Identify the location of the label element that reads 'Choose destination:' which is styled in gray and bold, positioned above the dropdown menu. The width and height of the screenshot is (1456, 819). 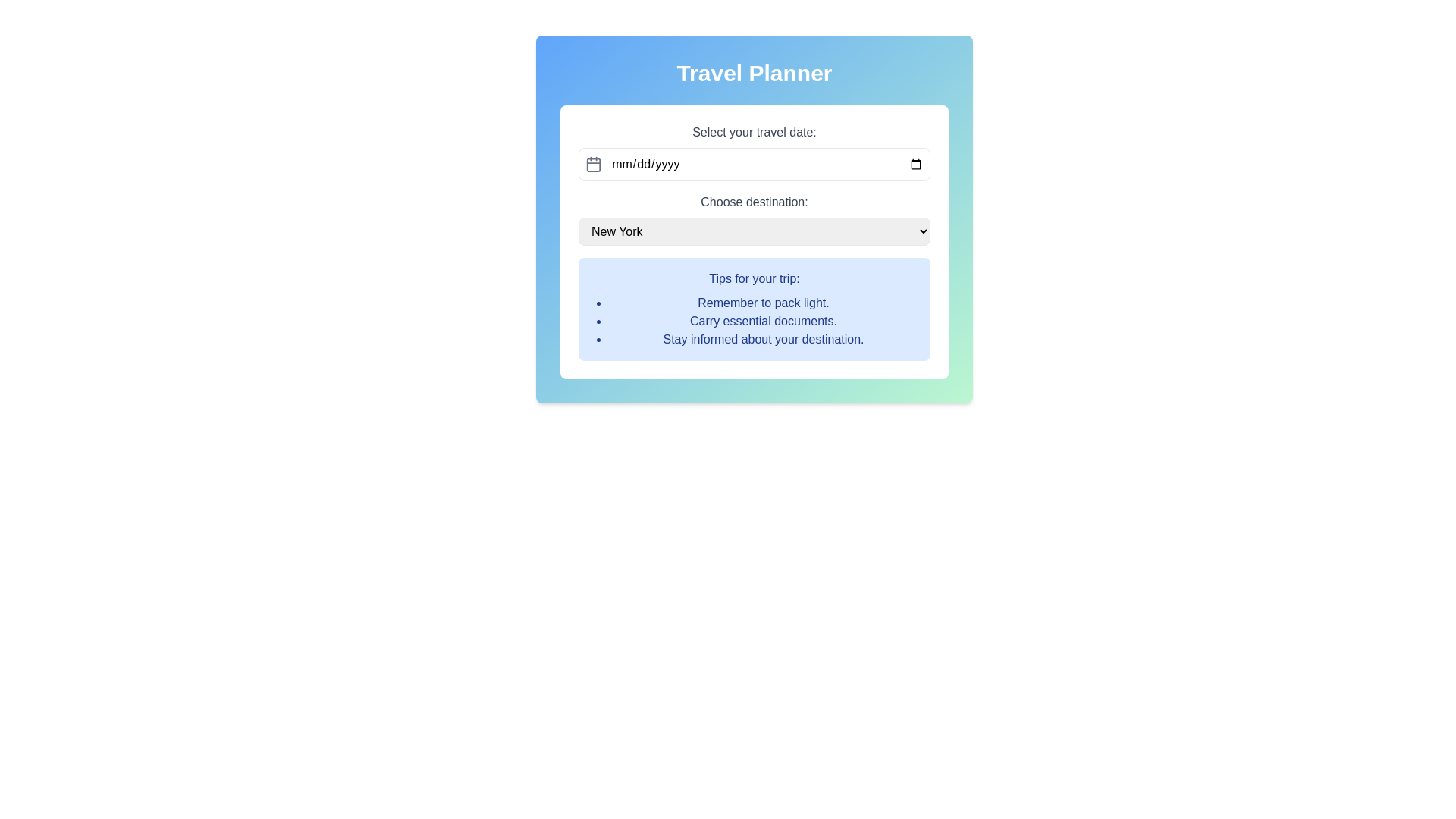
(754, 201).